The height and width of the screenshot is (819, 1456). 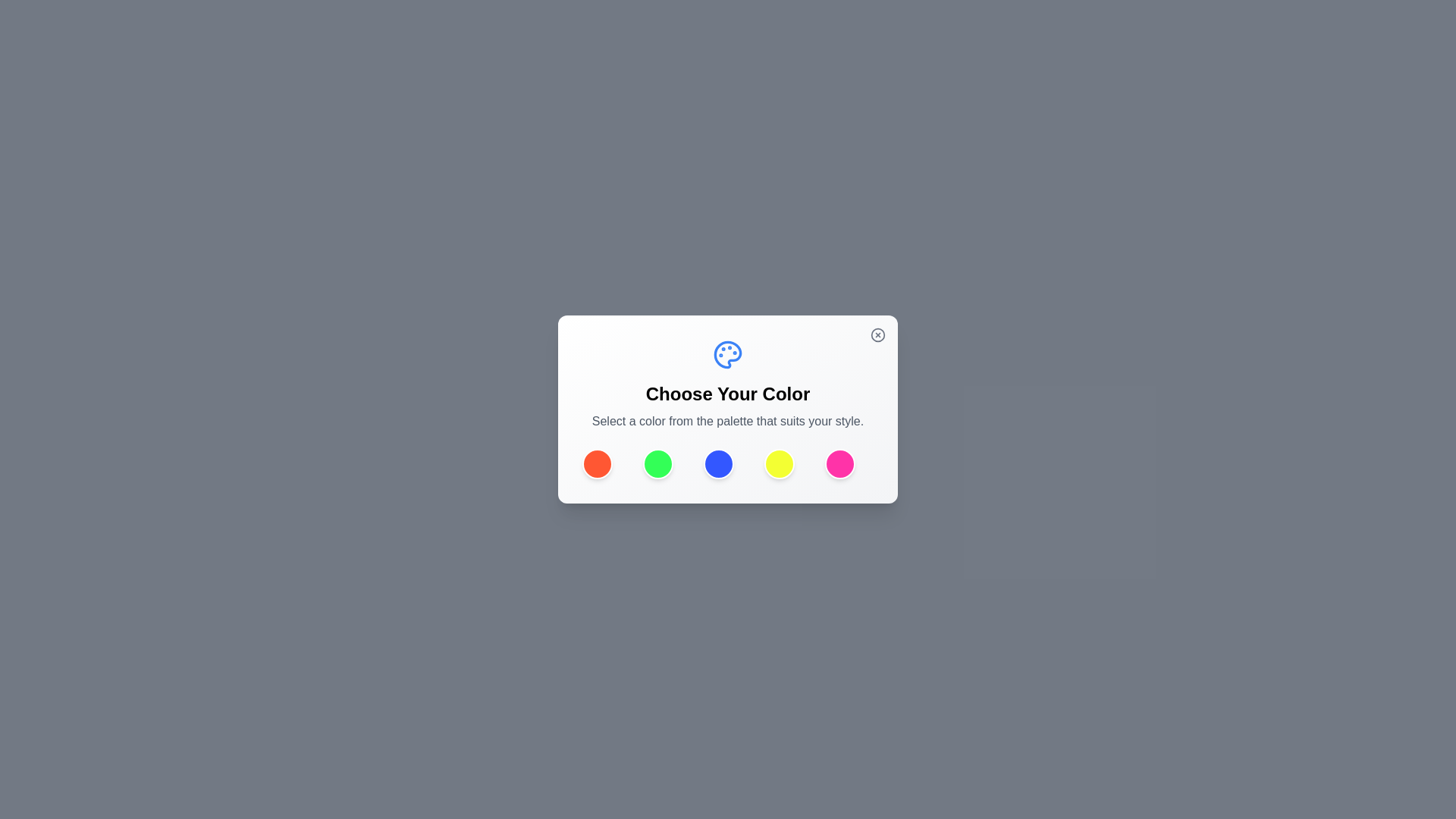 I want to click on the color button corresponding to blue, so click(x=718, y=463).